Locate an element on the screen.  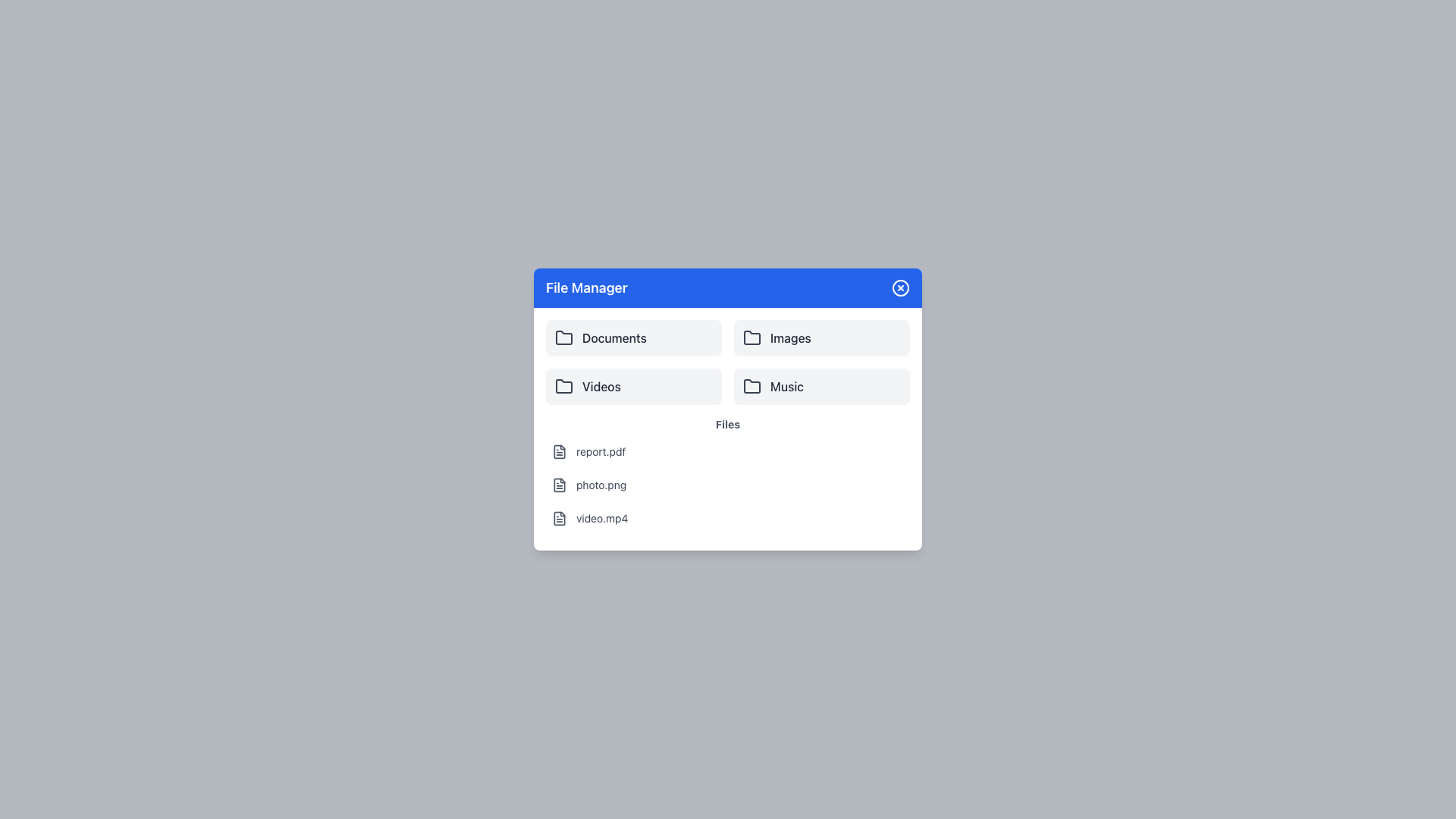
the 'report.pdf' file icon, which is a rectangular-shaped document icon with a folded corner, located within the 'File Manager' window as the first item in the list of files is located at coordinates (559, 517).